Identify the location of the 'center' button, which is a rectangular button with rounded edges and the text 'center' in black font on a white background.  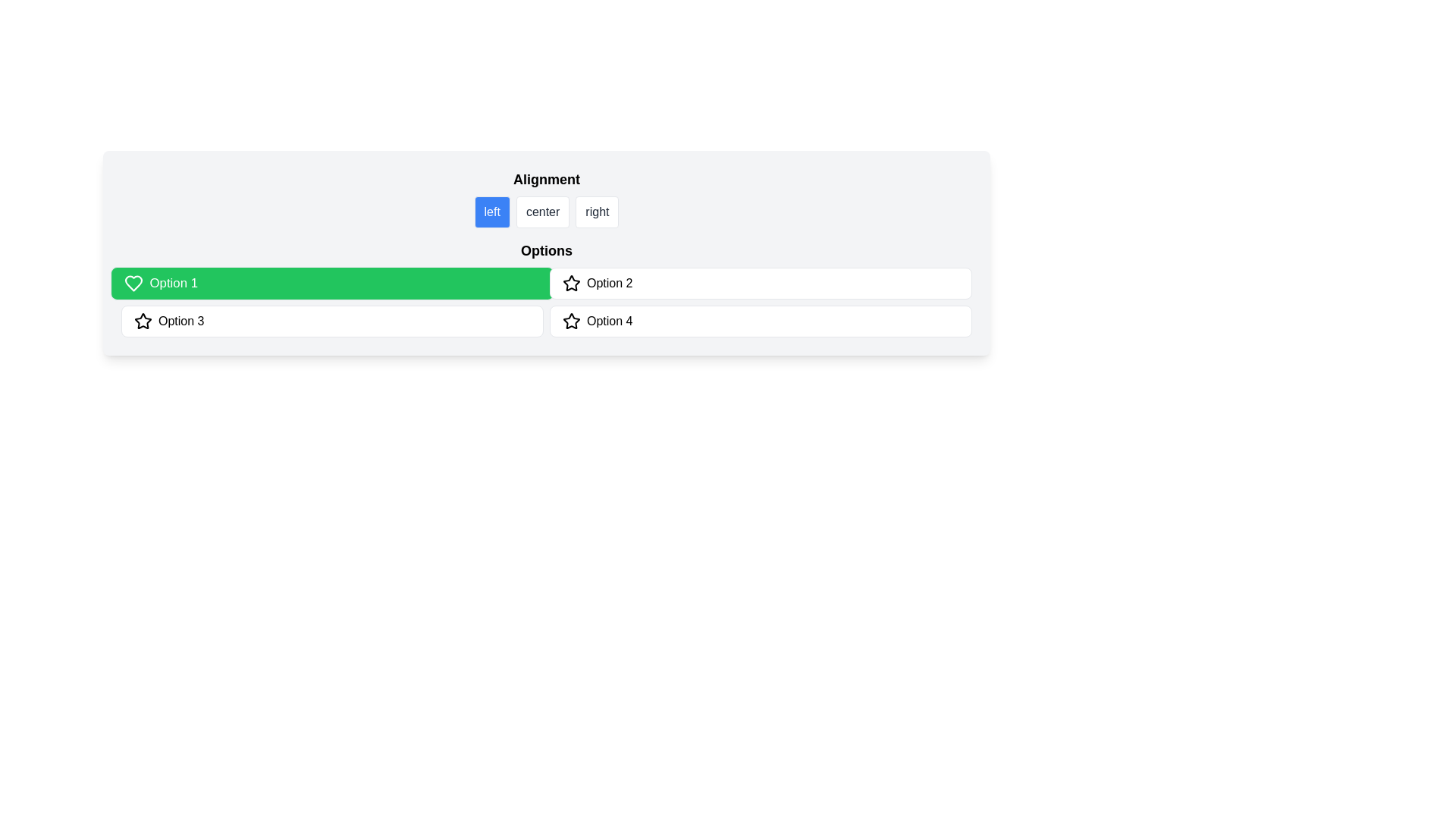
(543, 212).